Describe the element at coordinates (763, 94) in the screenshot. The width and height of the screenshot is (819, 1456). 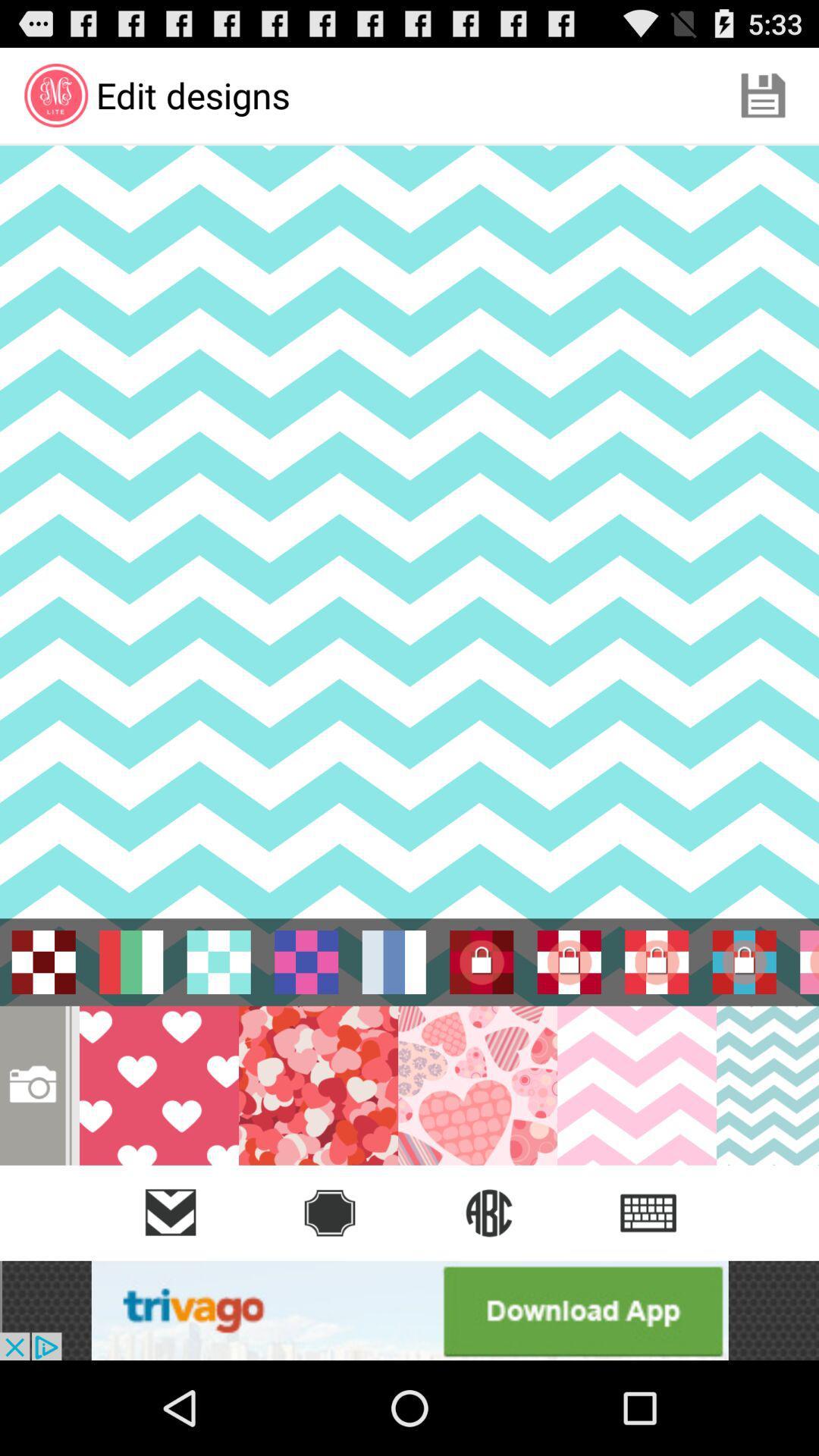
I see `the app to the right of edit designs app` at that location.